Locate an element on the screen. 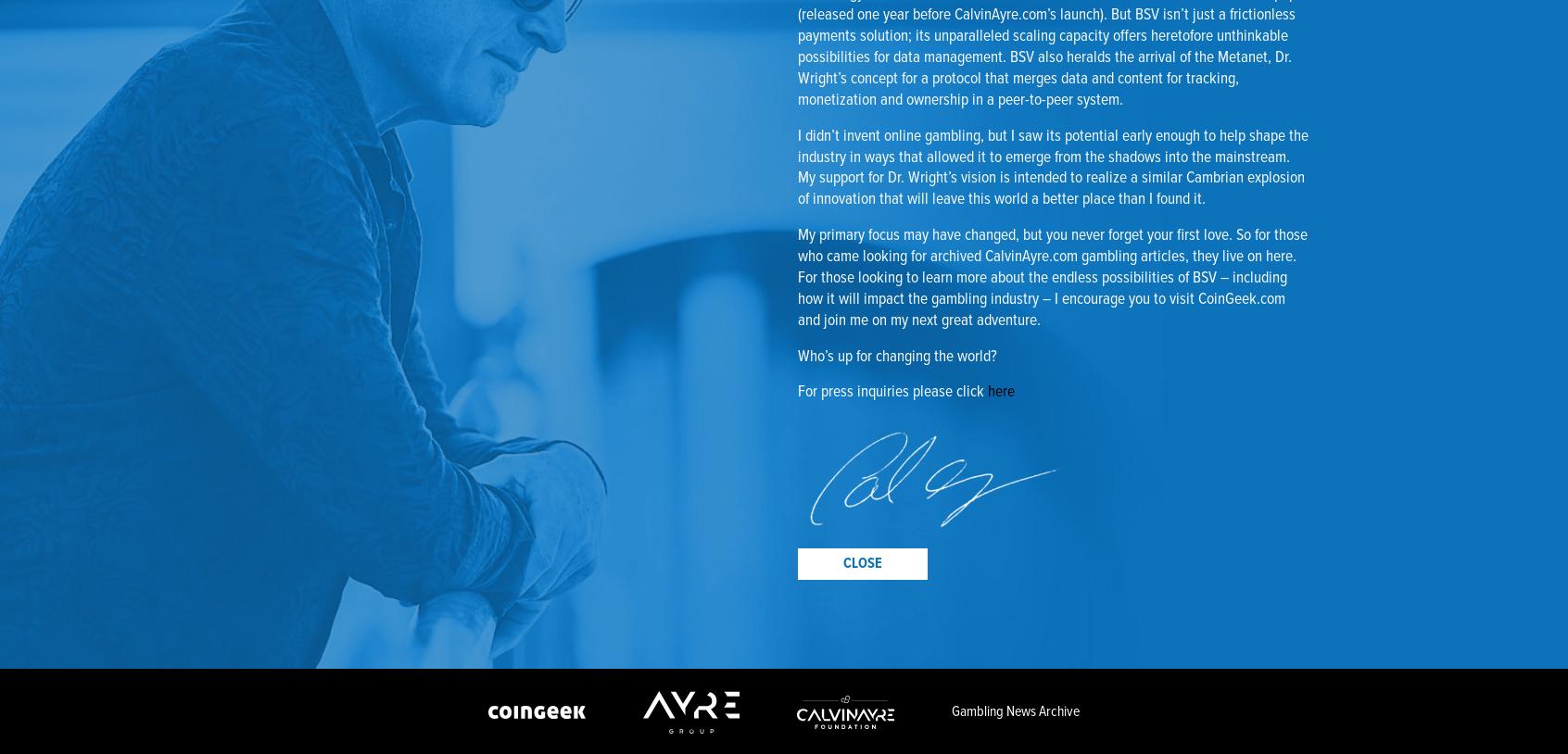 This screenshot has height=754, width=1568. 'For press inquiries please click' is located at coordinates (892, 391).